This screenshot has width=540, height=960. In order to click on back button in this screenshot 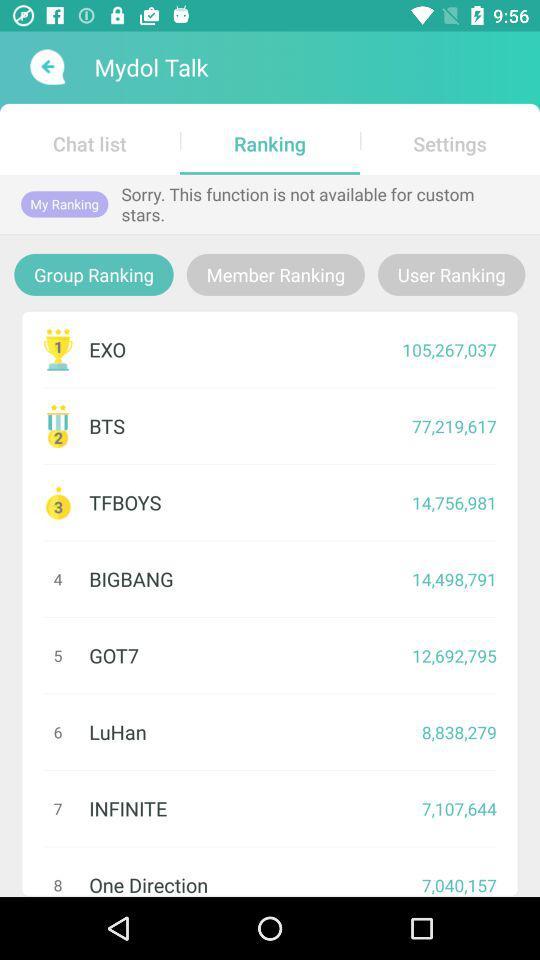, I will do `click(45, 67)`.